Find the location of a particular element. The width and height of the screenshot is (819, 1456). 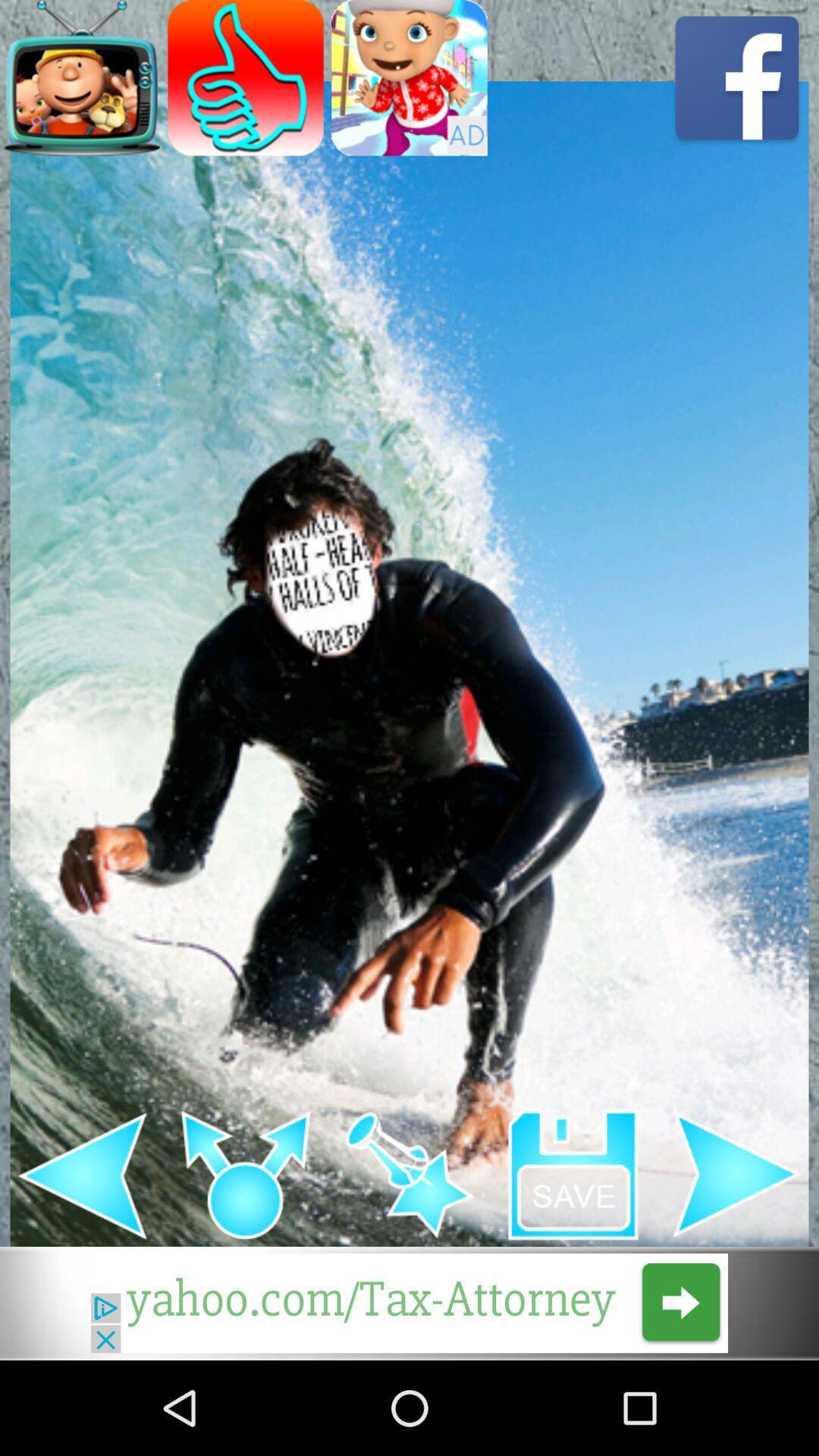

the play icon is located at coordinates (736, 1257).